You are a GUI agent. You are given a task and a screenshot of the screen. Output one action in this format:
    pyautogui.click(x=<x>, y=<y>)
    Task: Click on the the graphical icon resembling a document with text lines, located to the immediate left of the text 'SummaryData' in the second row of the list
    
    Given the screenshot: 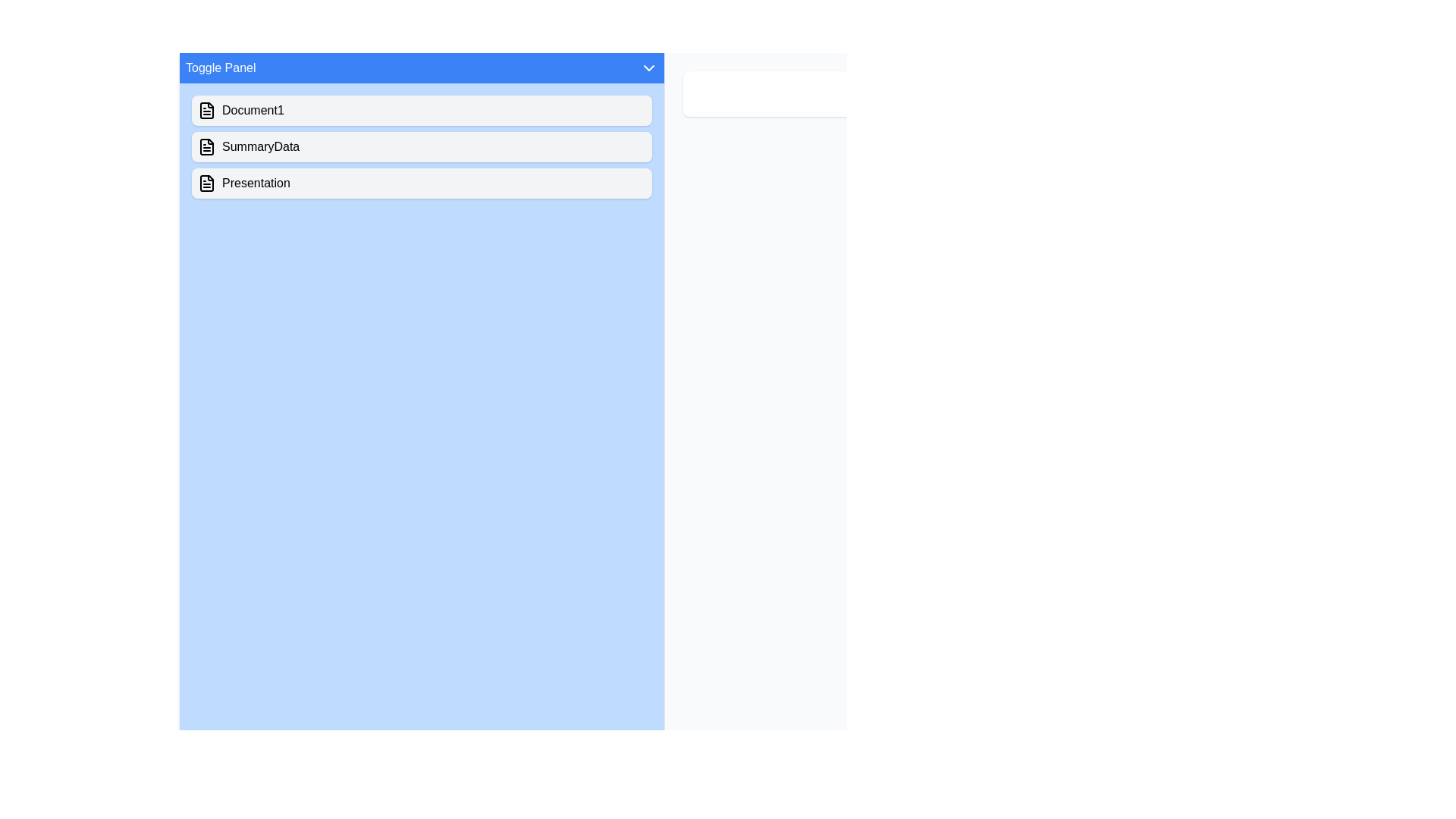 What is the action you would take?
    pyautogui.click(x=206, y=146)
    